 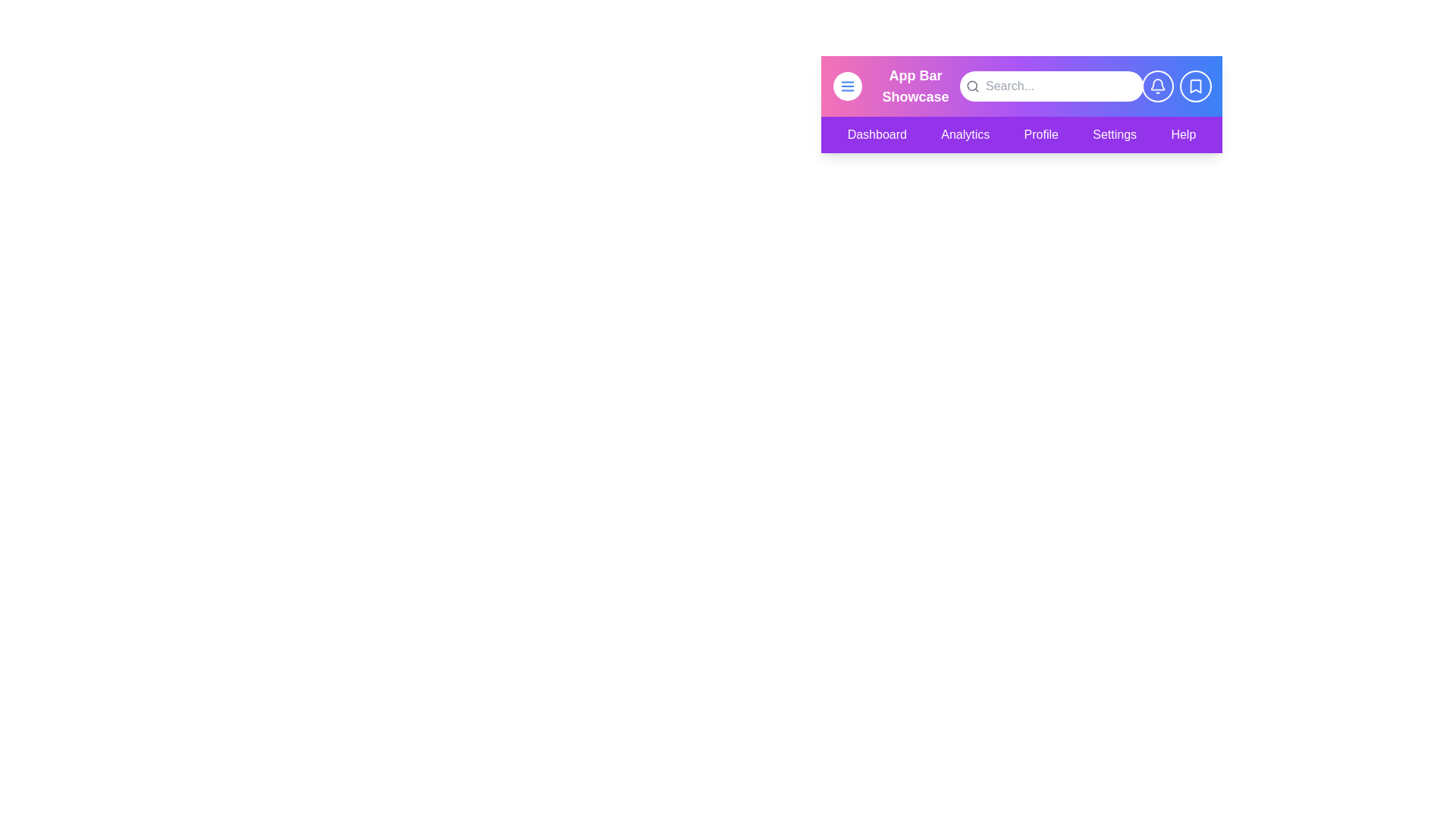 I want to click on the menu item Profile from the navigation bar, so click(x=1040, y=133).